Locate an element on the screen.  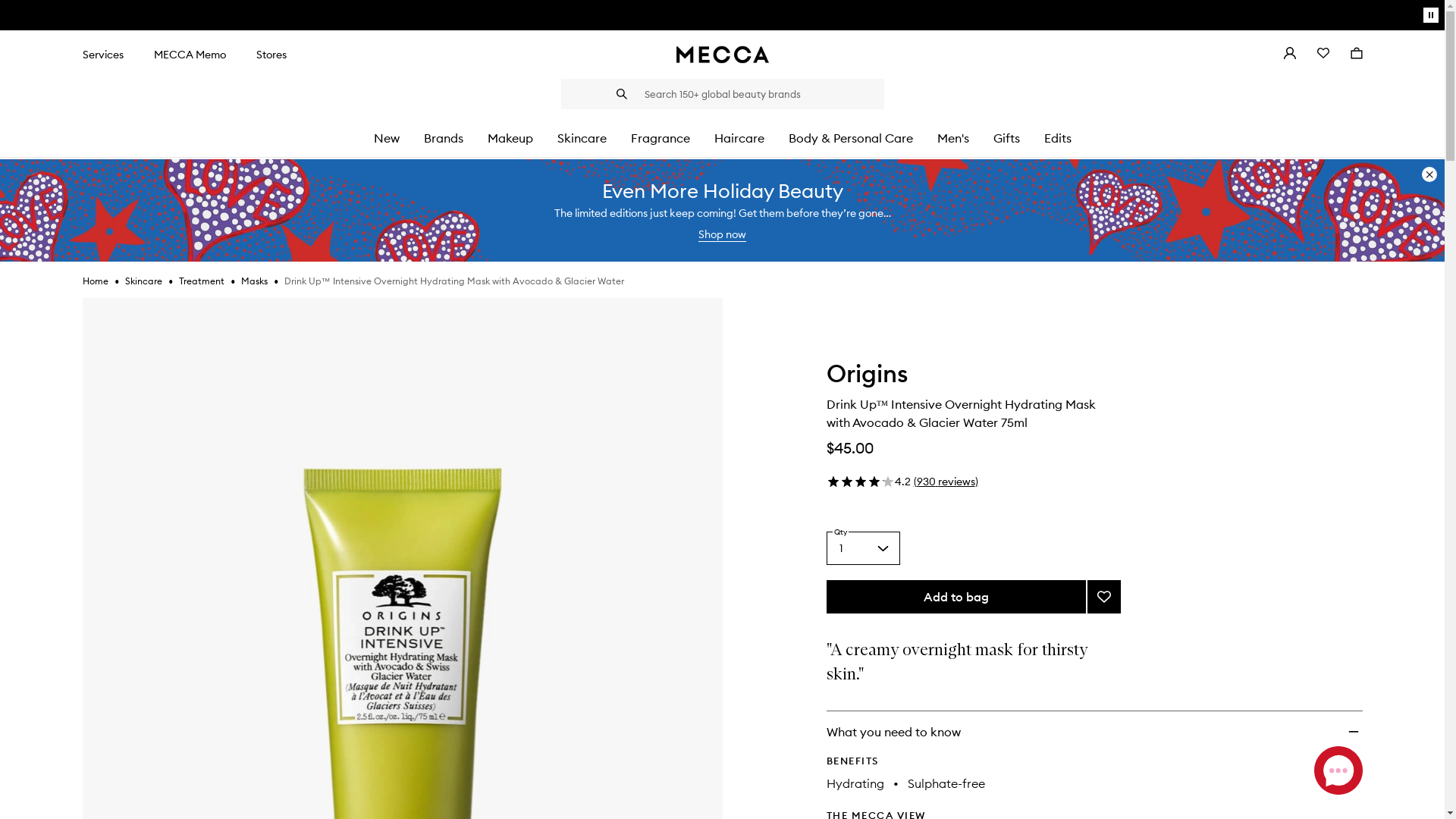
'Treatment' is located at coordinates (200, 281).